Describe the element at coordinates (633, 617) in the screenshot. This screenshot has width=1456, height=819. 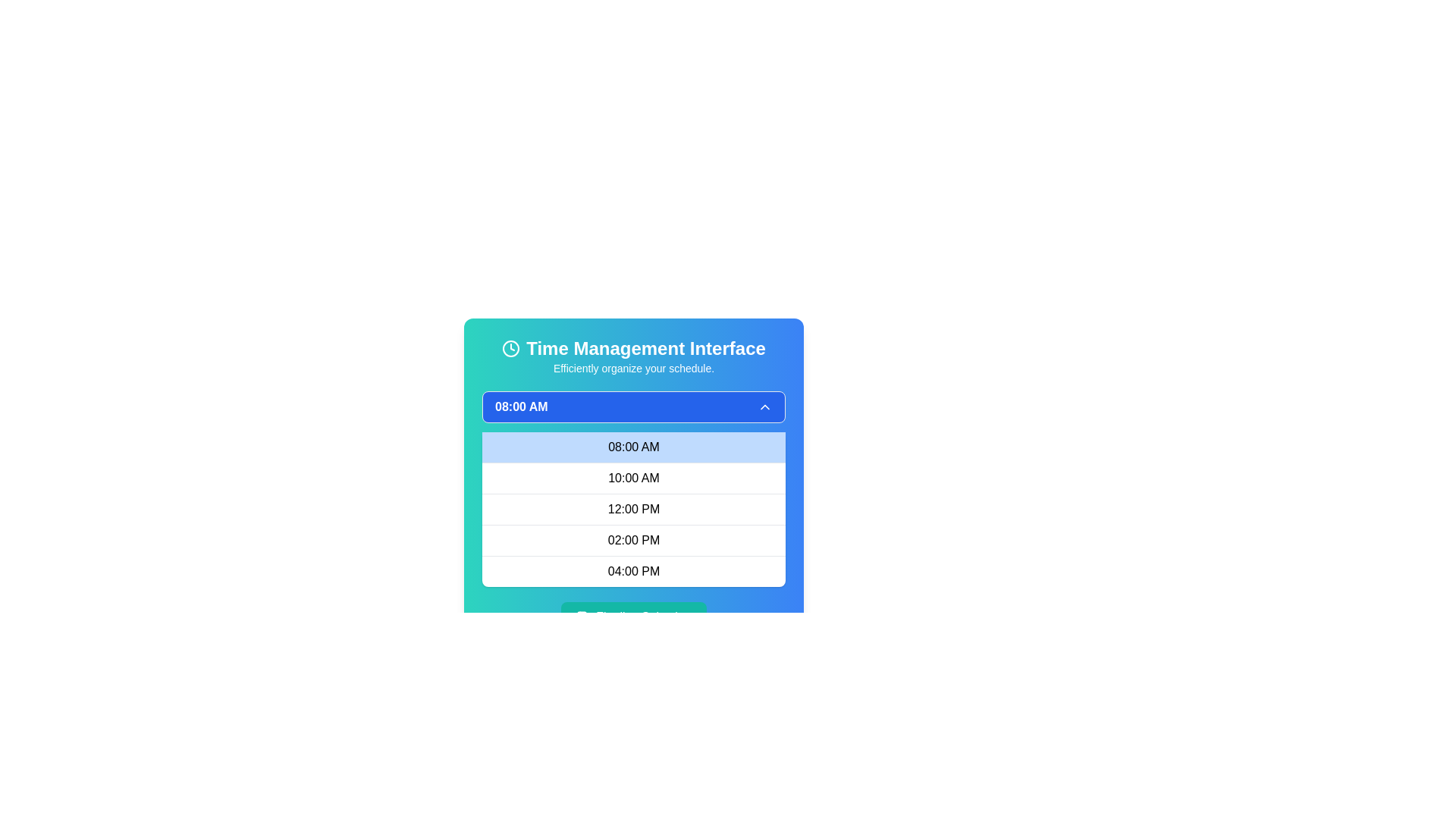
I see `the finalize selections button located at the bottom center of the 'Time Management Interface'` at that location.